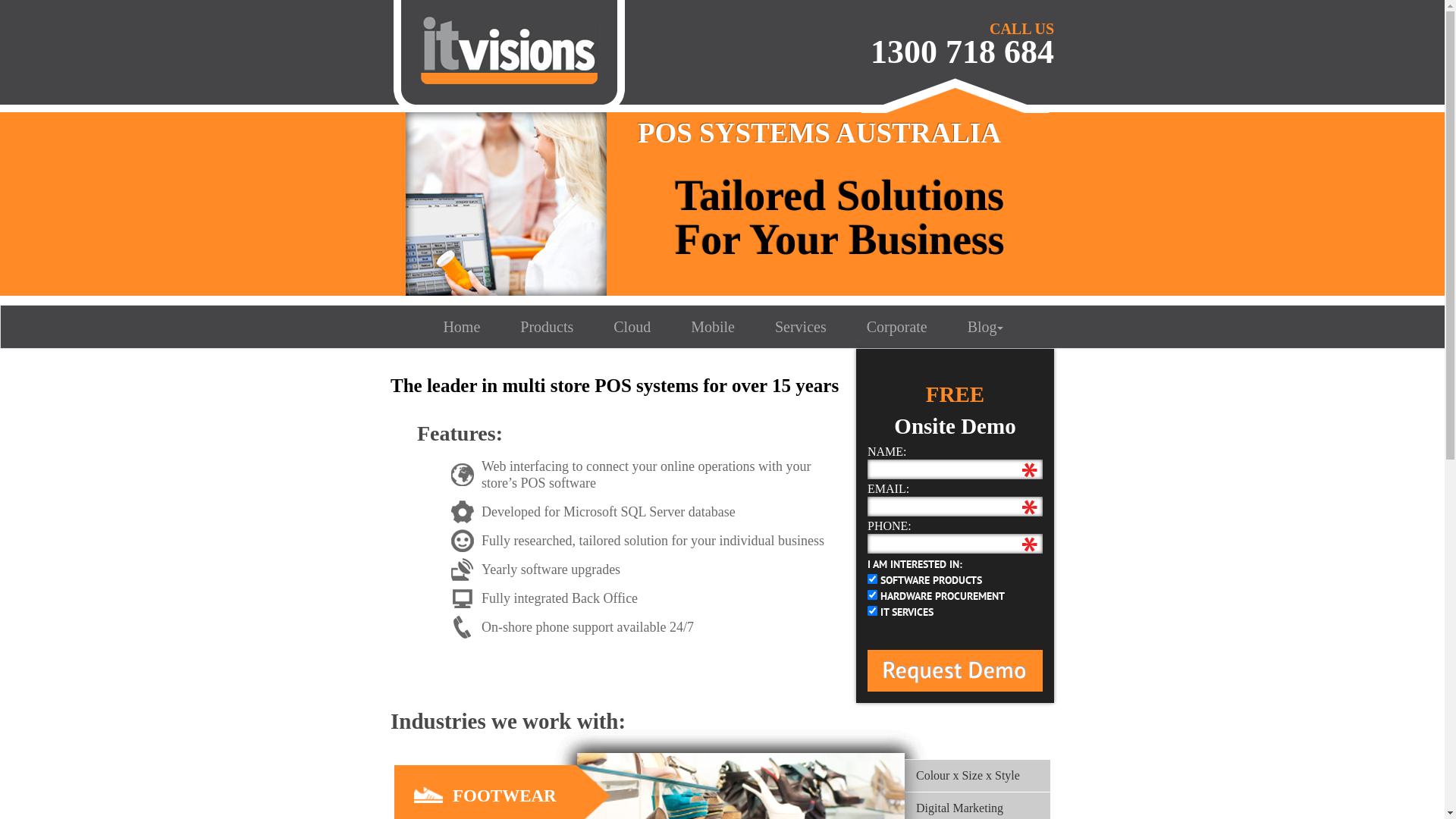 The image size is (1456, 819). I want to click on 'Corporate', so click(896, 326).